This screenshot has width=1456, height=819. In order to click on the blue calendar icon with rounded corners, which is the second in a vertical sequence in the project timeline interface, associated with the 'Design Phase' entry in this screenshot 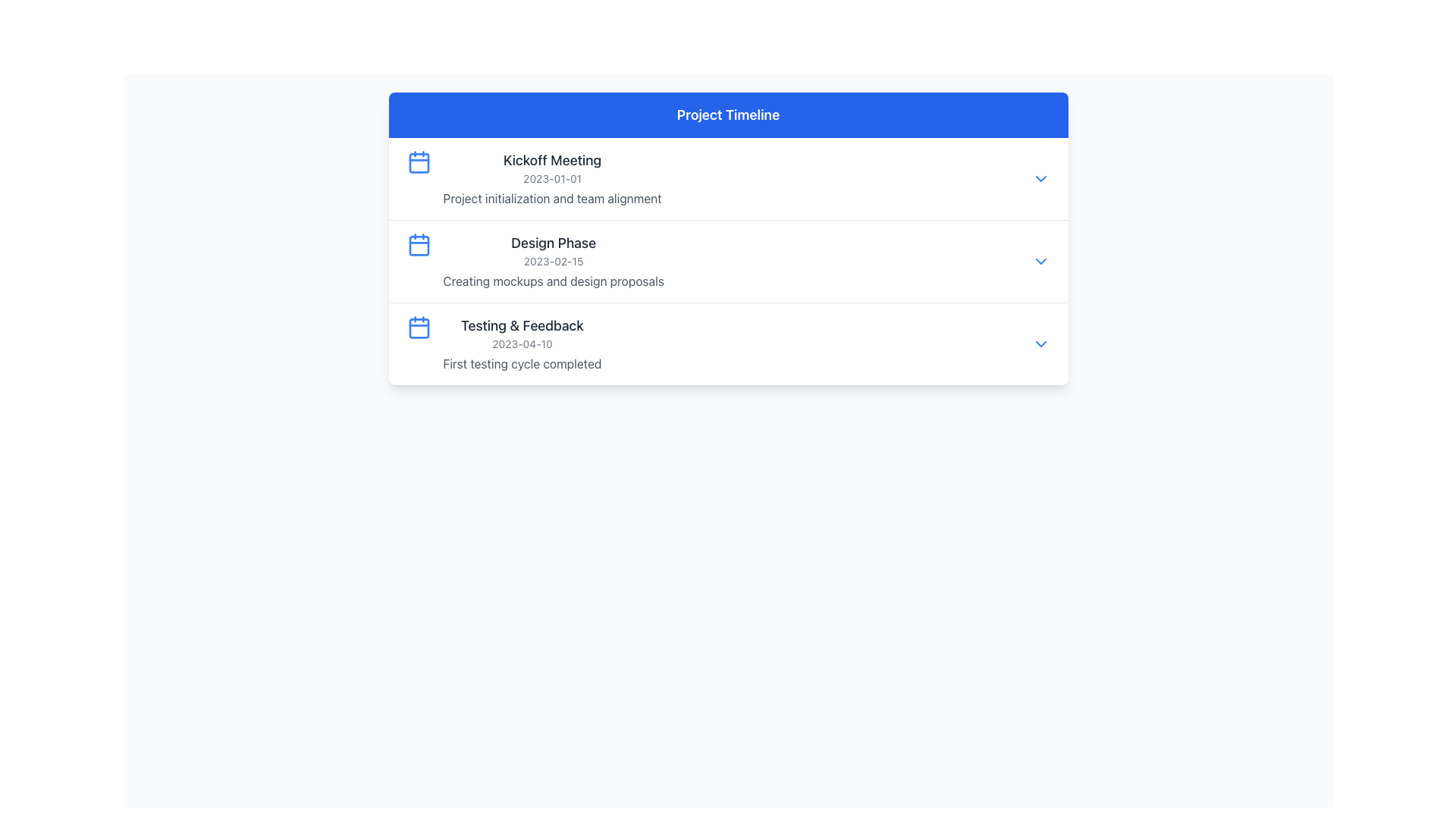, I will do `click(419, 244)`.